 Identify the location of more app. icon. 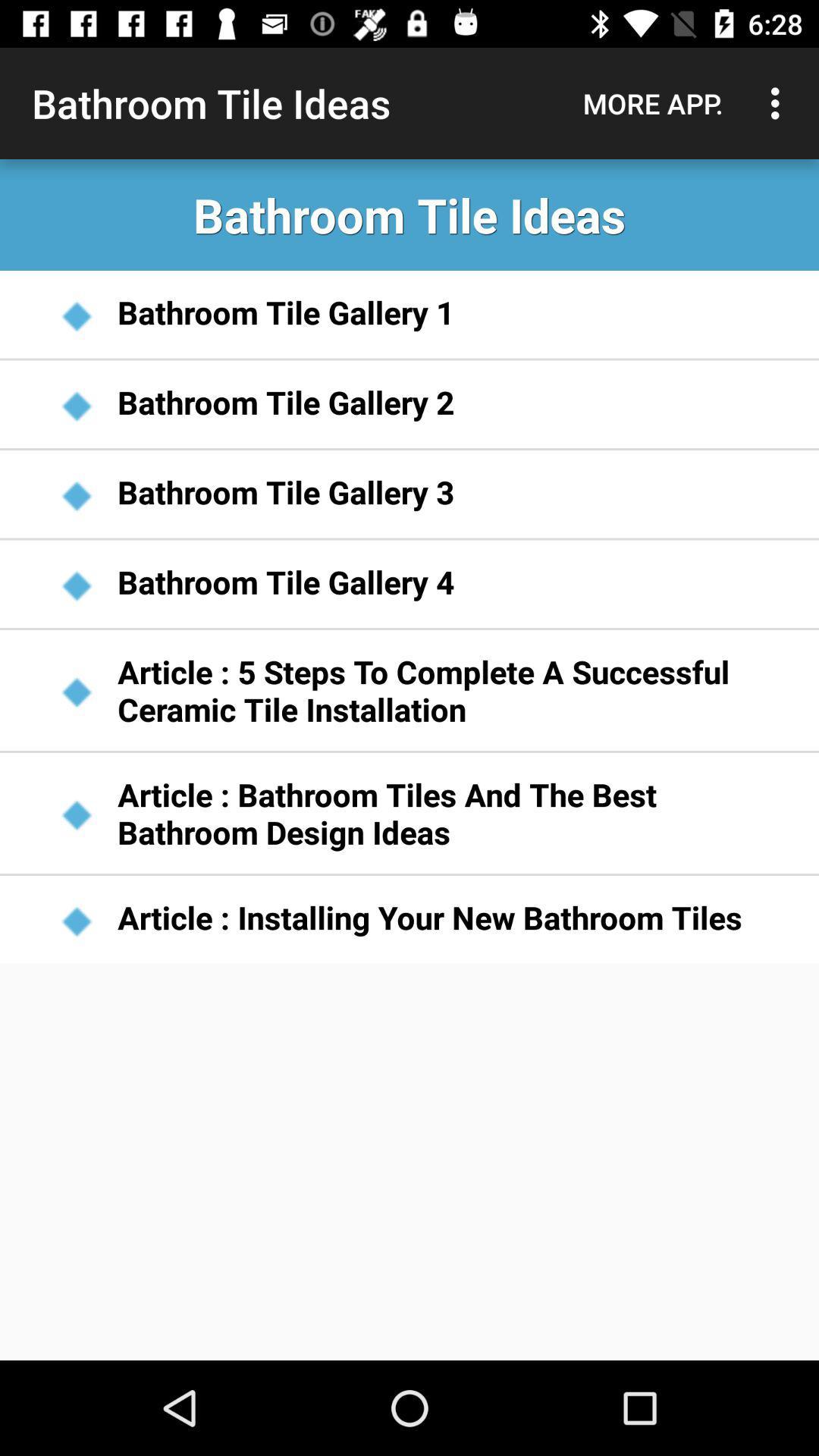
(652, 102).